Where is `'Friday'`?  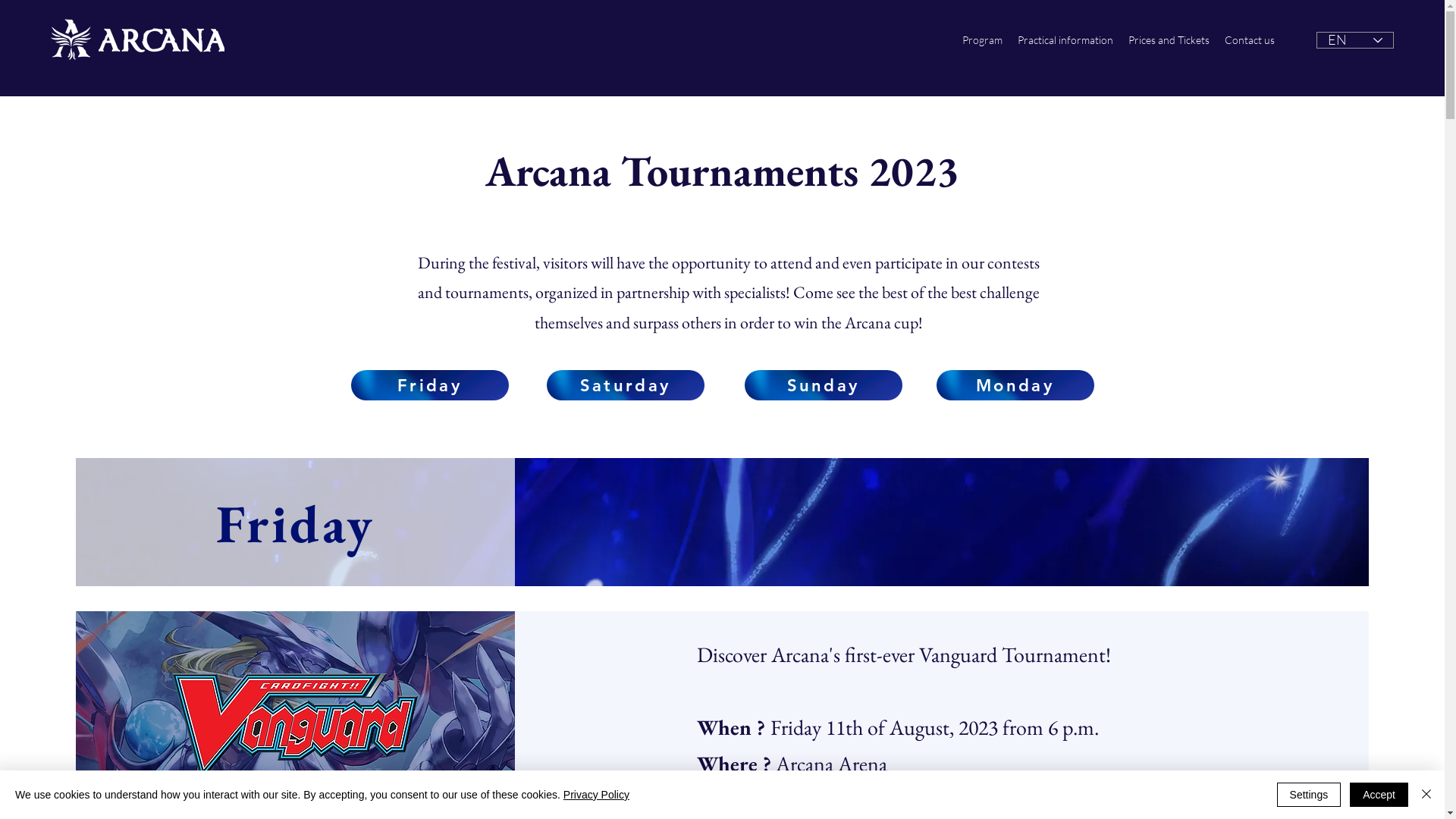
'Friday' is located at coordinates (349, 384).